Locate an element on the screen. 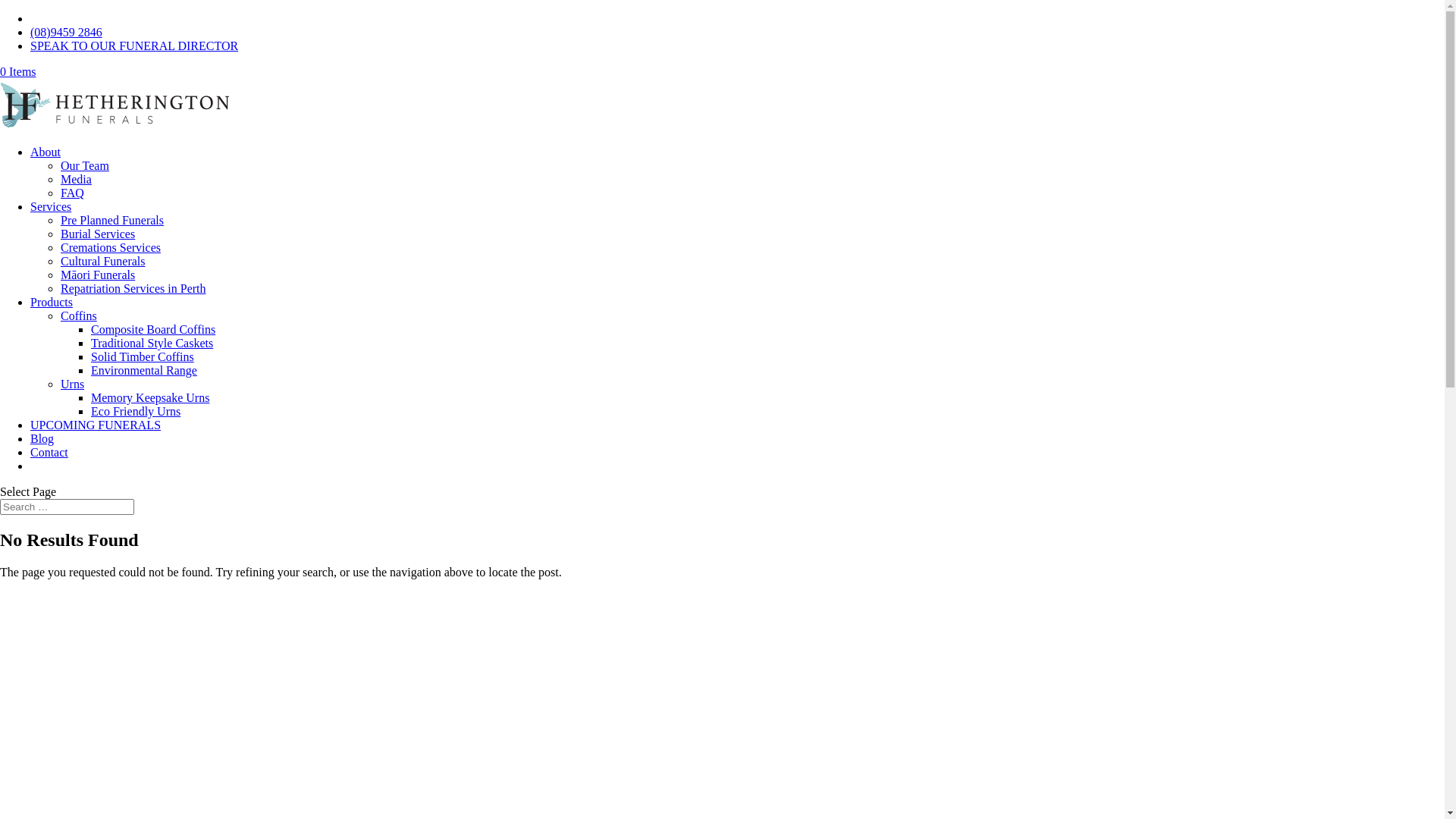 This screenshot has height=819, width=1456. 'Environmental Range' is located at coordinates (144, 370).